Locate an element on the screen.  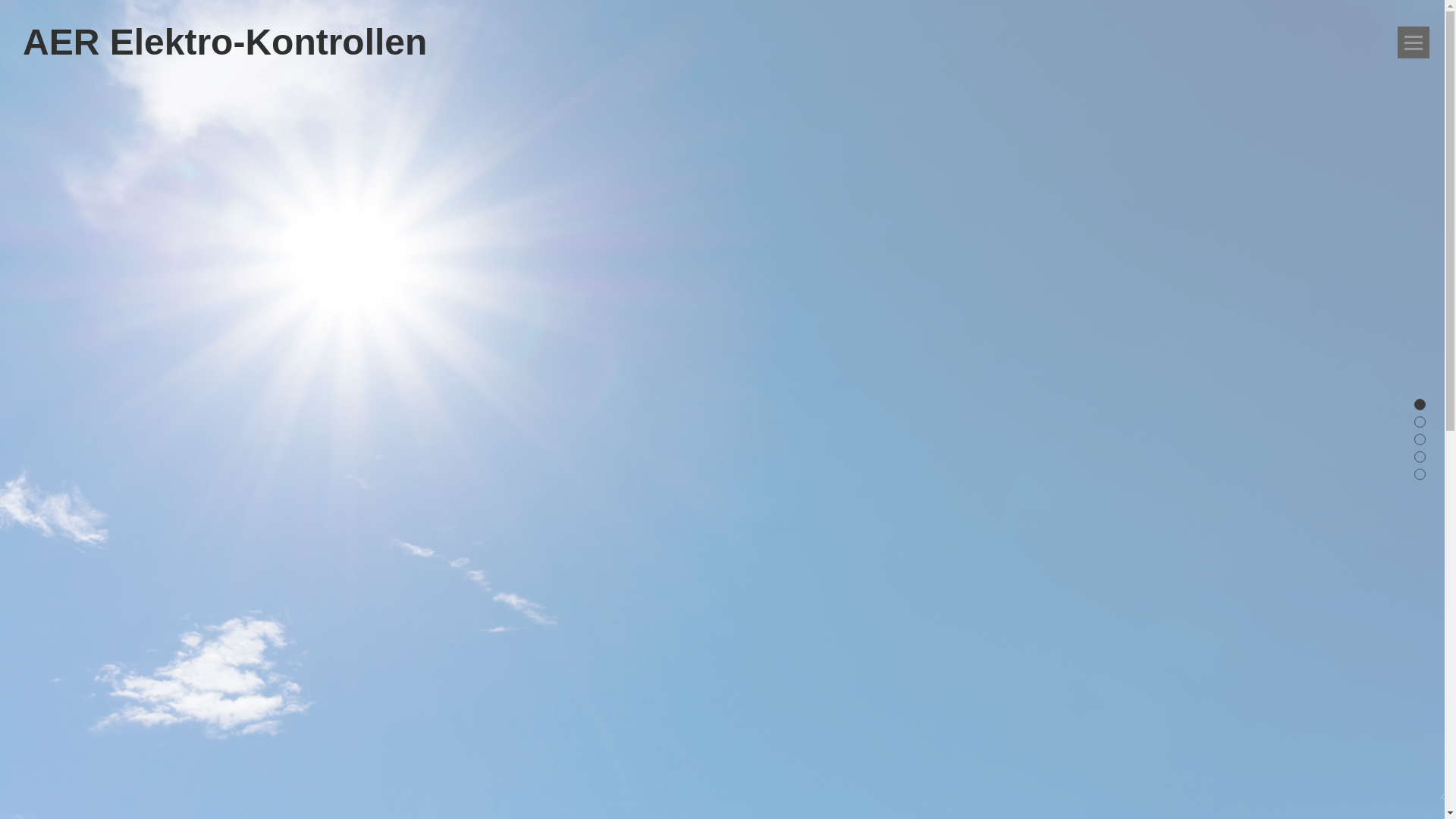
'AER Elektro-Kontrollen' is located at coordinates (224, 41).